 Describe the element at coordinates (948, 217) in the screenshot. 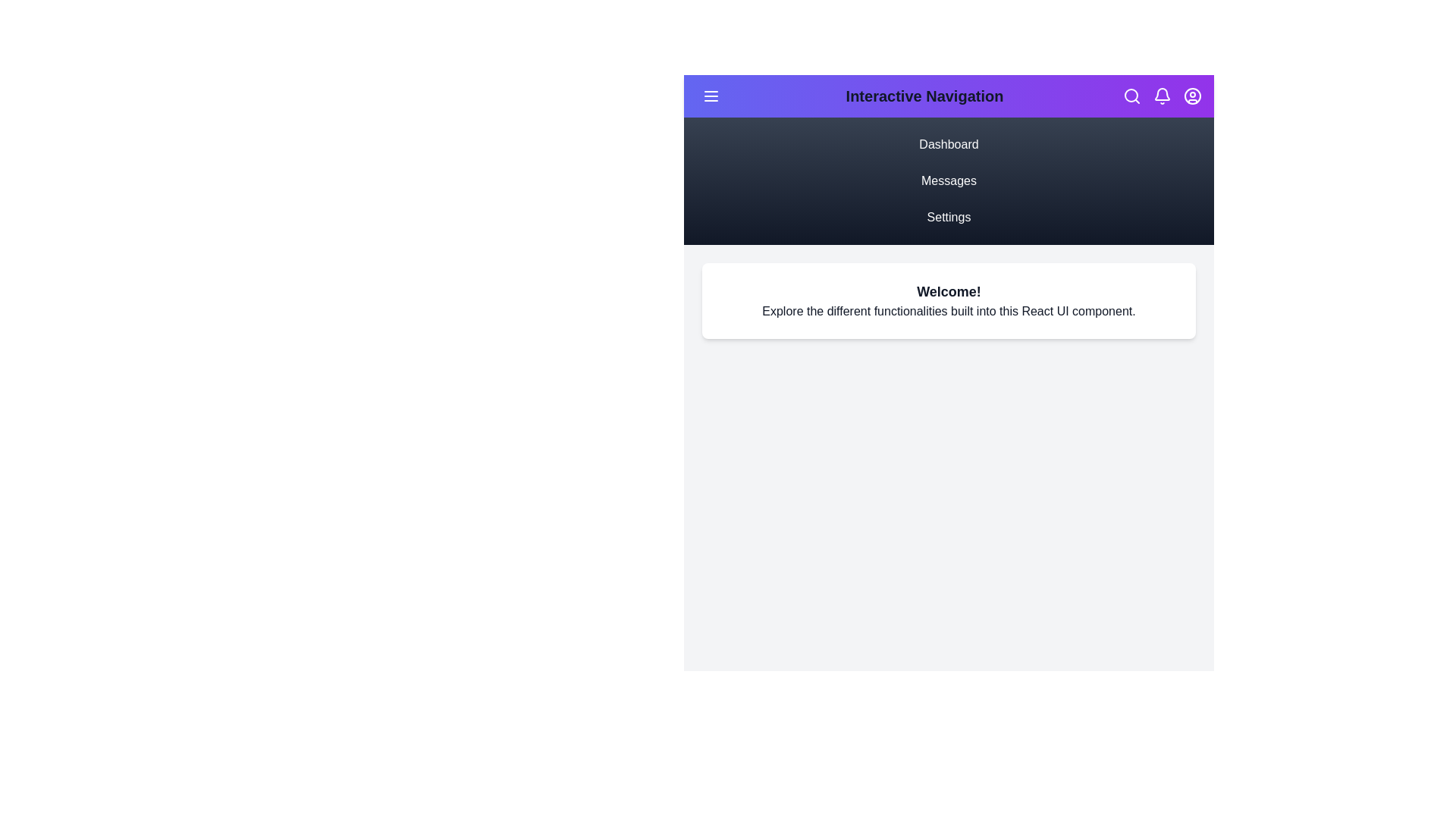

I see `the 'Settings' menu item in the navigation bar` at that location.